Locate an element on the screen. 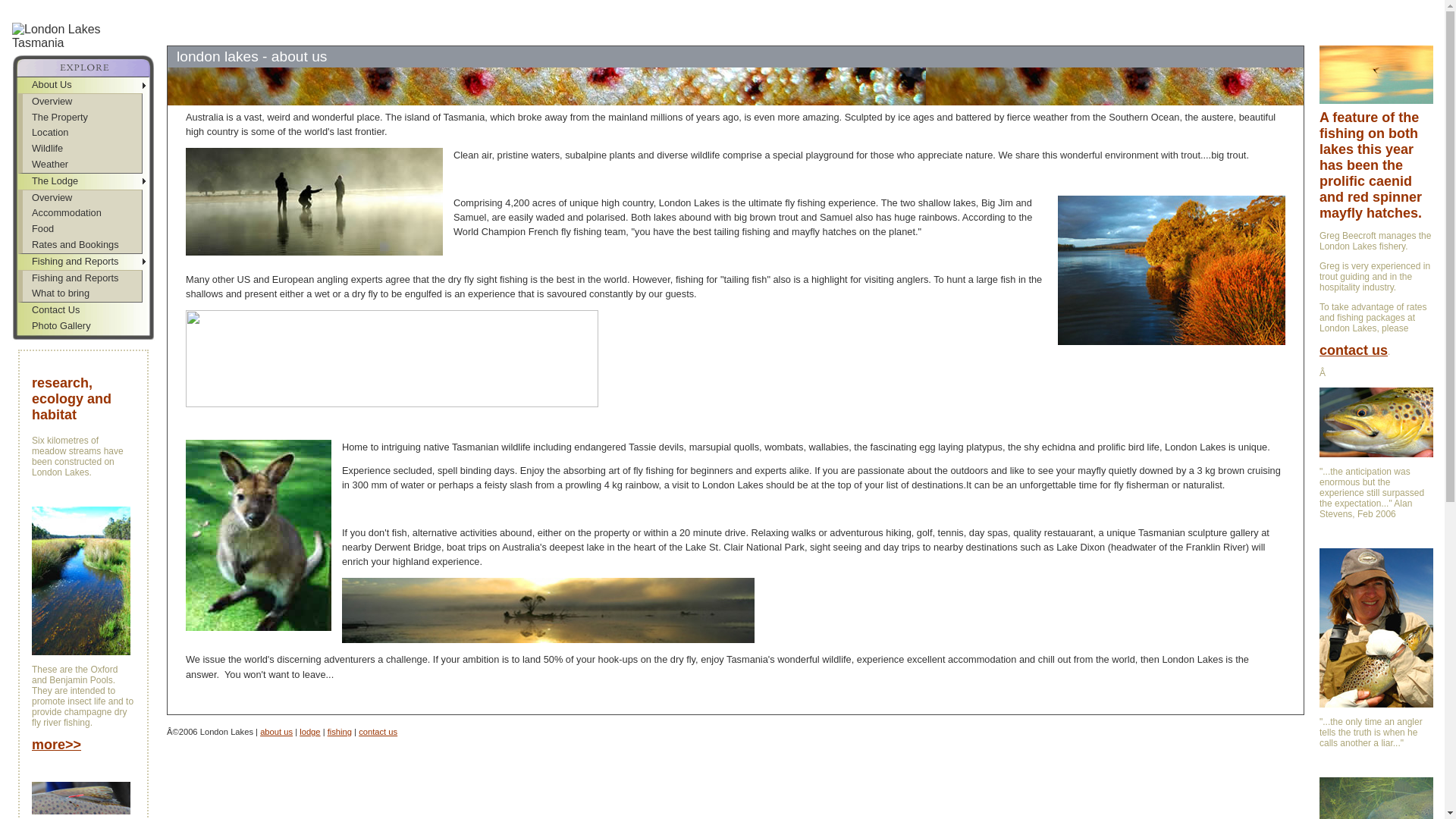 The height and width of the screenshot is (819, 1456). 'lodge' is located at coordinates (309, 730).